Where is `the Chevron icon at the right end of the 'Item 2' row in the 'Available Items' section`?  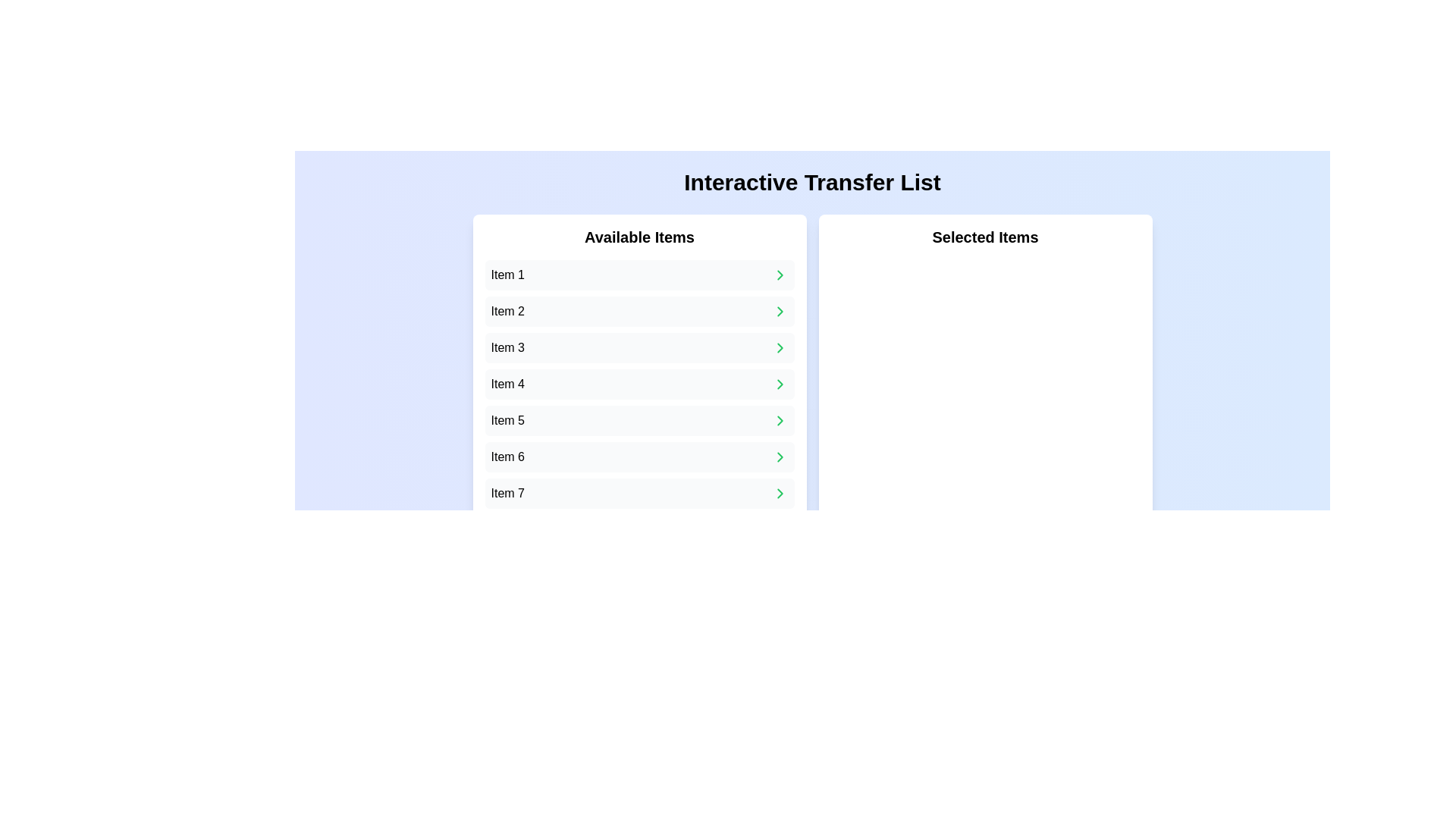
the Chevron icon at the right end of the 'Item 2' row in the 'Available Items' section is located at coordinates (780, 275).